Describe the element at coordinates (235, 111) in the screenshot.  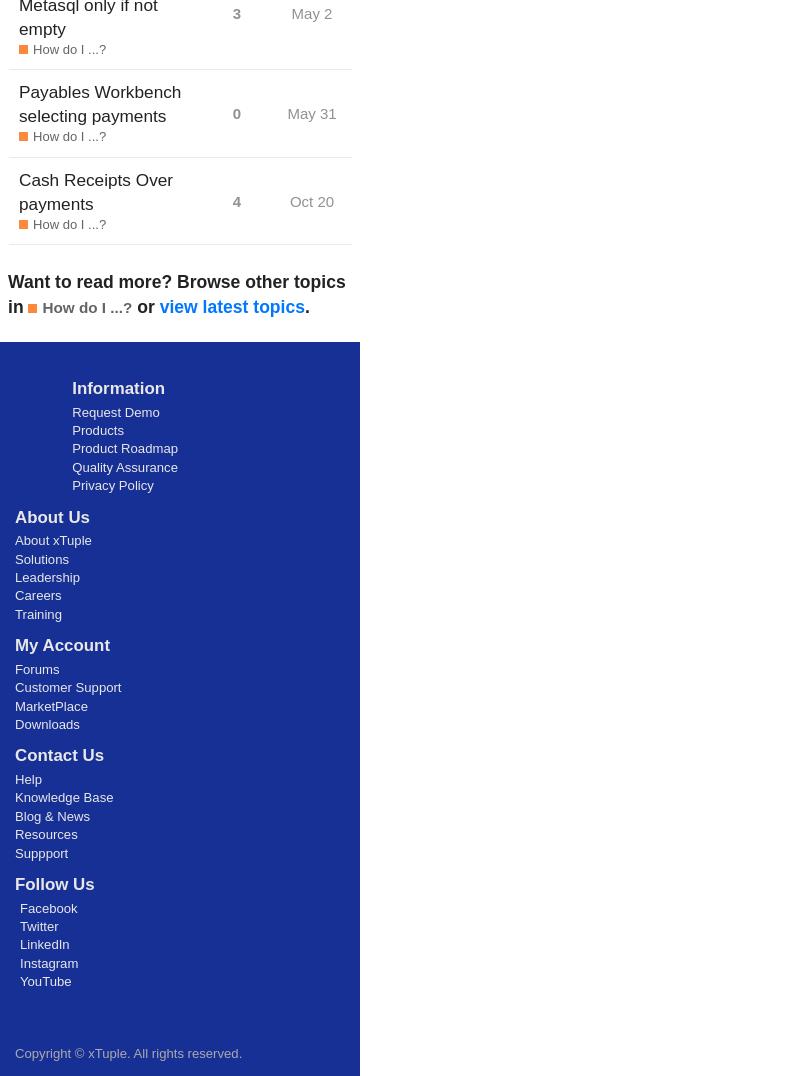
I see `'0'` at that location.